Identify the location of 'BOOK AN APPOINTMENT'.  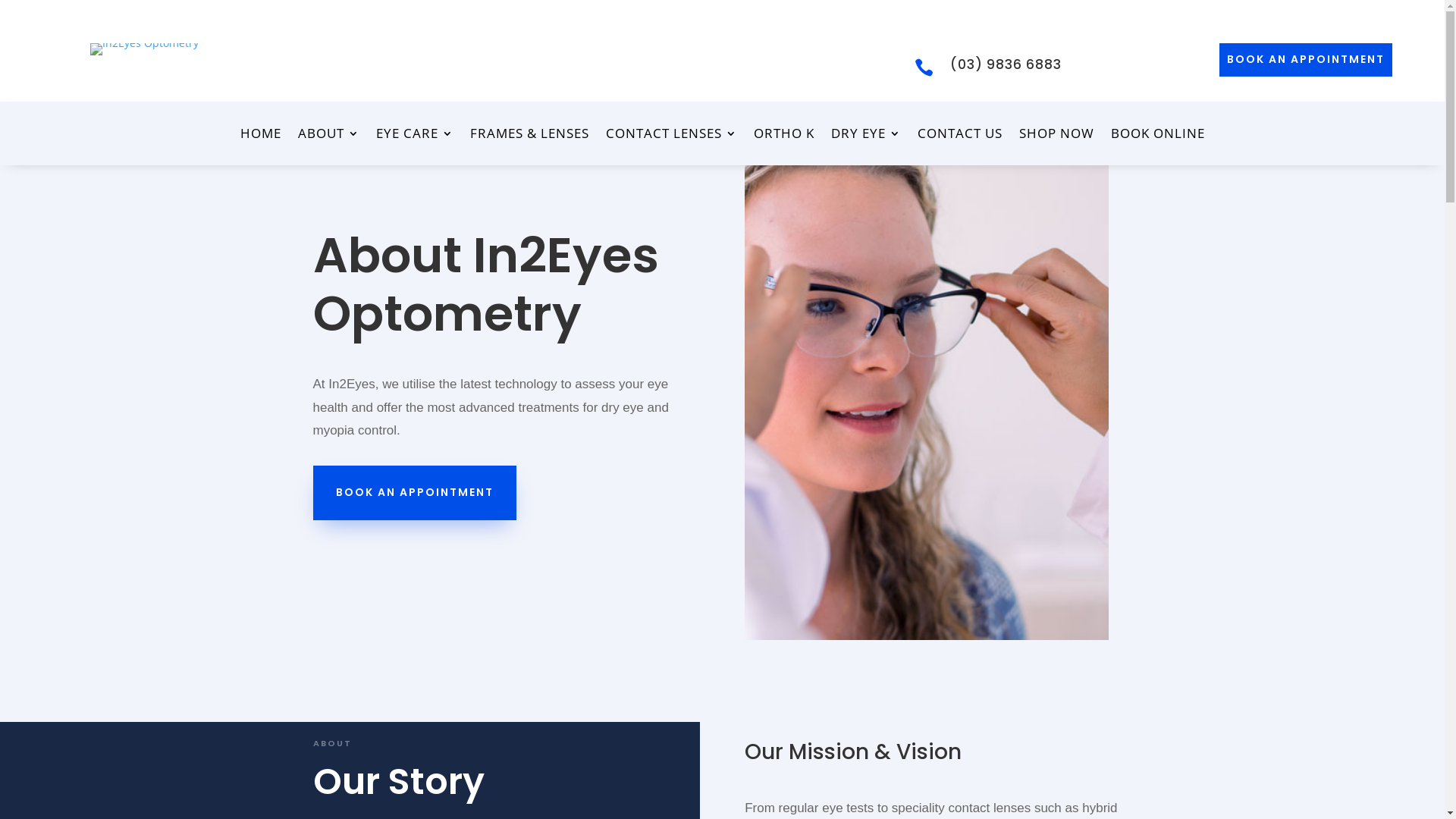
(1305, 58).